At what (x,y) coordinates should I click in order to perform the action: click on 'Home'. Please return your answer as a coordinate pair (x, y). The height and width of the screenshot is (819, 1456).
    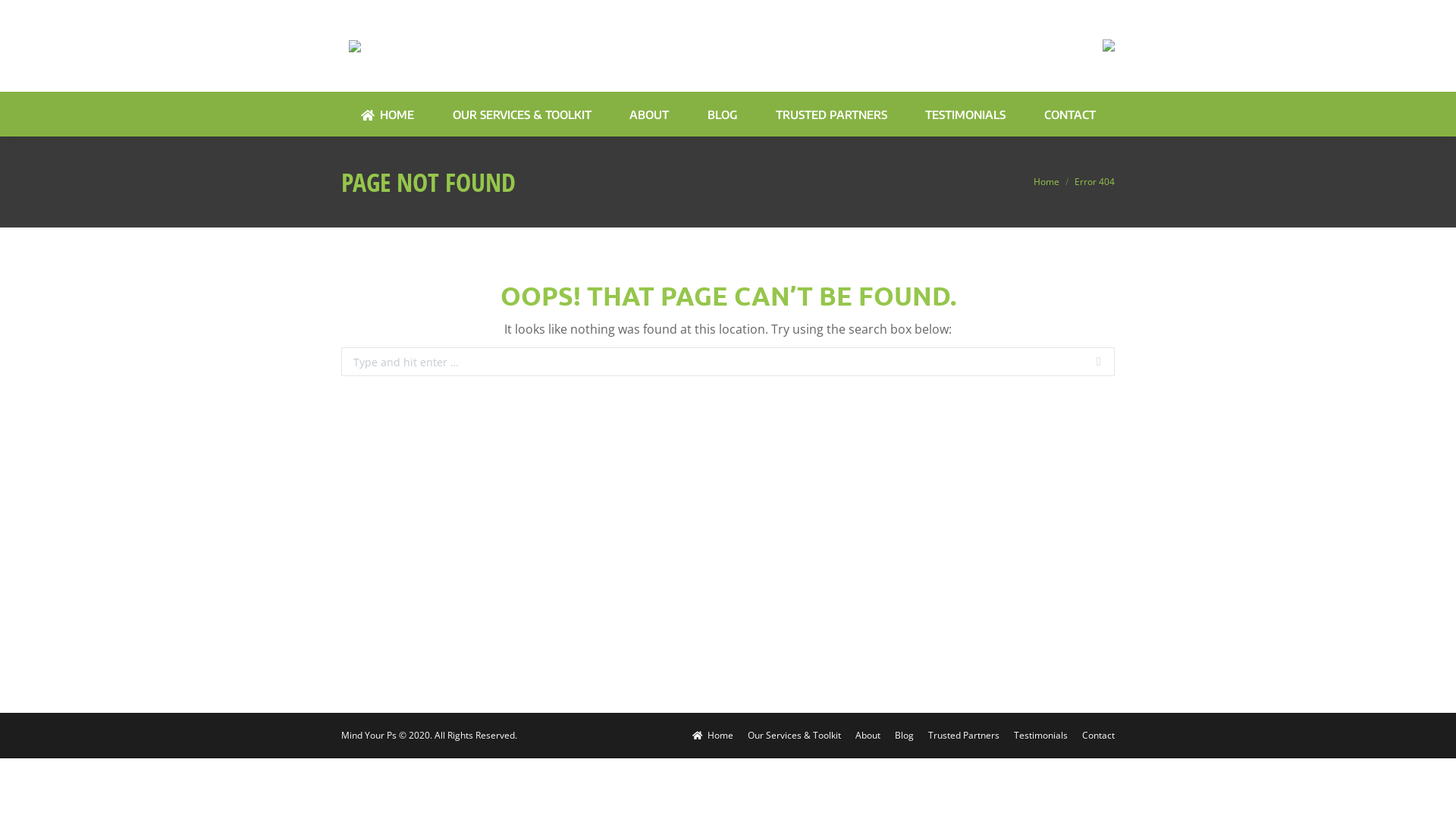
    Looking at the image, I should click on (1046, 180).